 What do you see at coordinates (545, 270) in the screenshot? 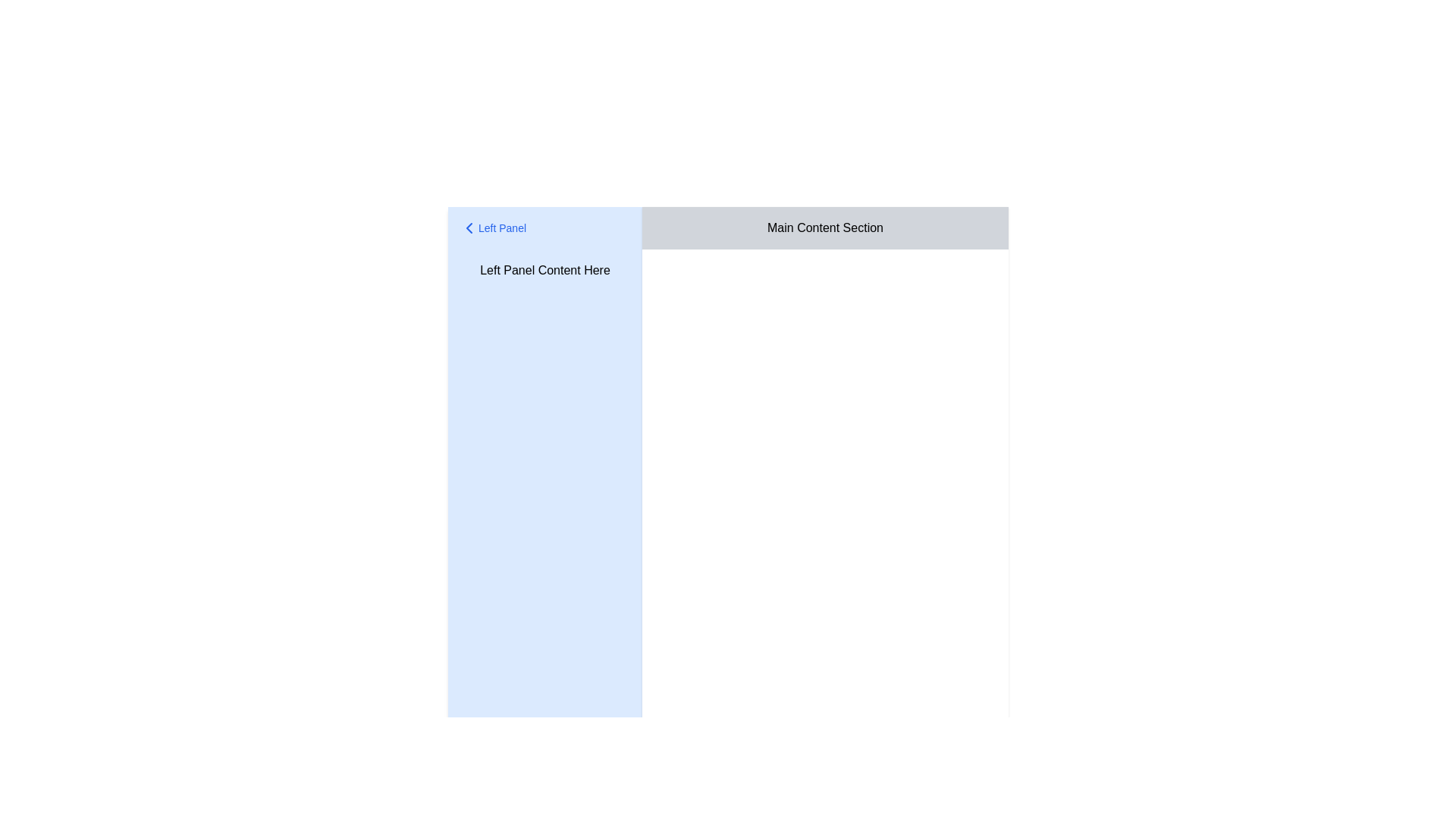
I see `the text label that displays 'Left Panel Content Here', which is located in the left-hand panel of the UI below the 'Left Panel' label` at bounding box center [545, 270].